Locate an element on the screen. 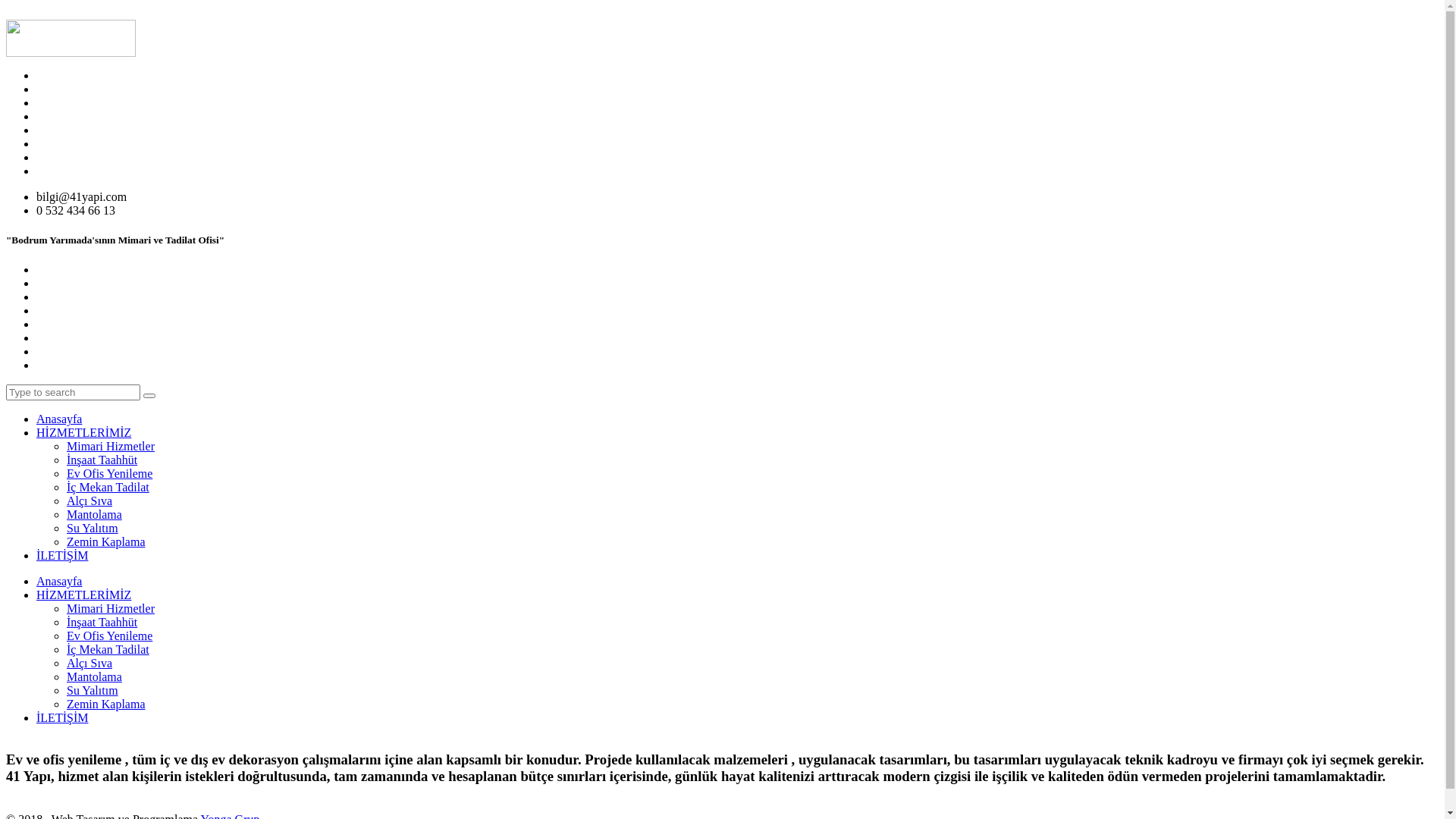  'Mantolama' is located at coordinates (93, 676).